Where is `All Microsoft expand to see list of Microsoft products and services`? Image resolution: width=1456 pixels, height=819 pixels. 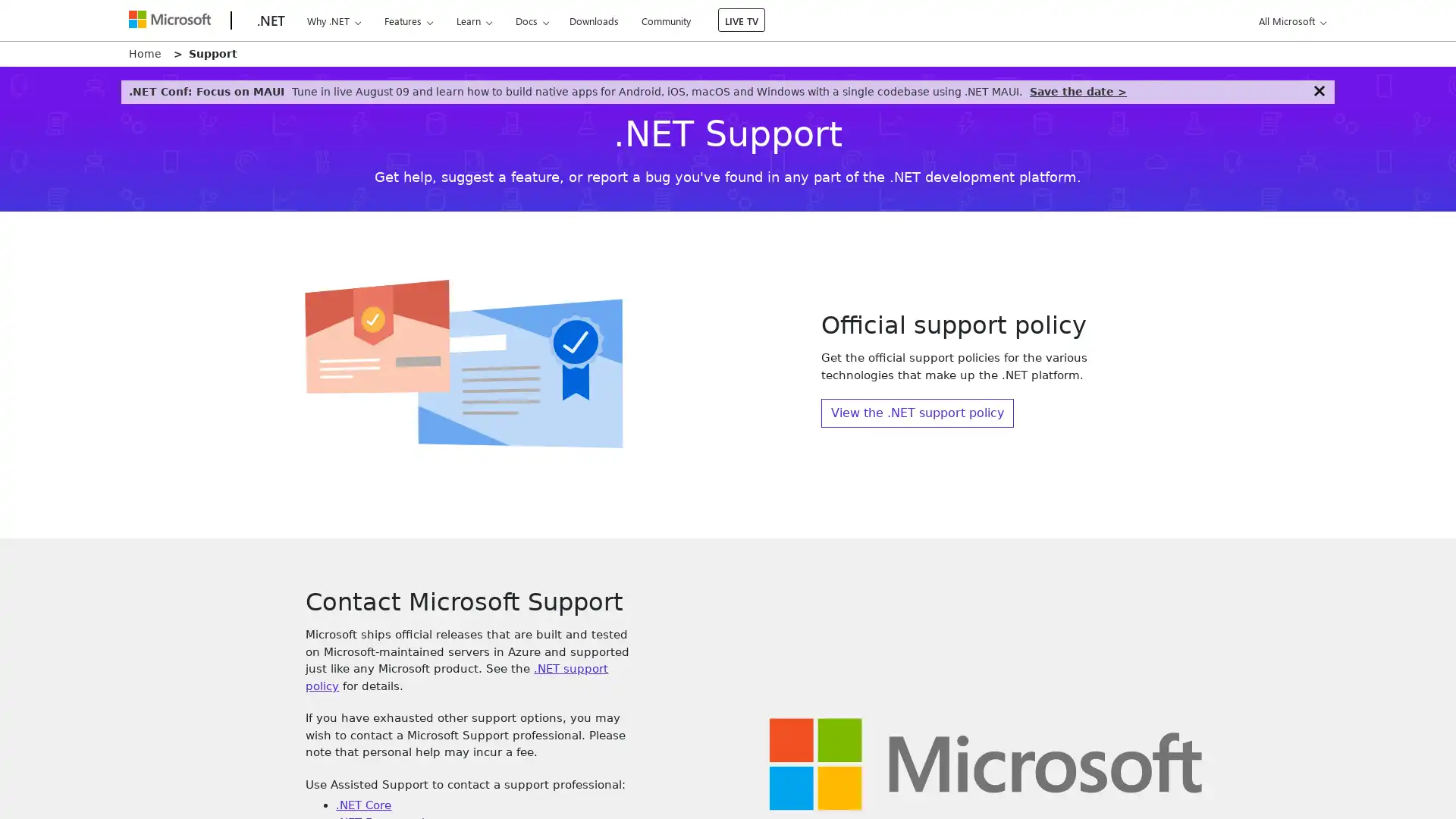 All Microsoft expand to see list of Microsoft products and services is located at coordinates (1289, 20).